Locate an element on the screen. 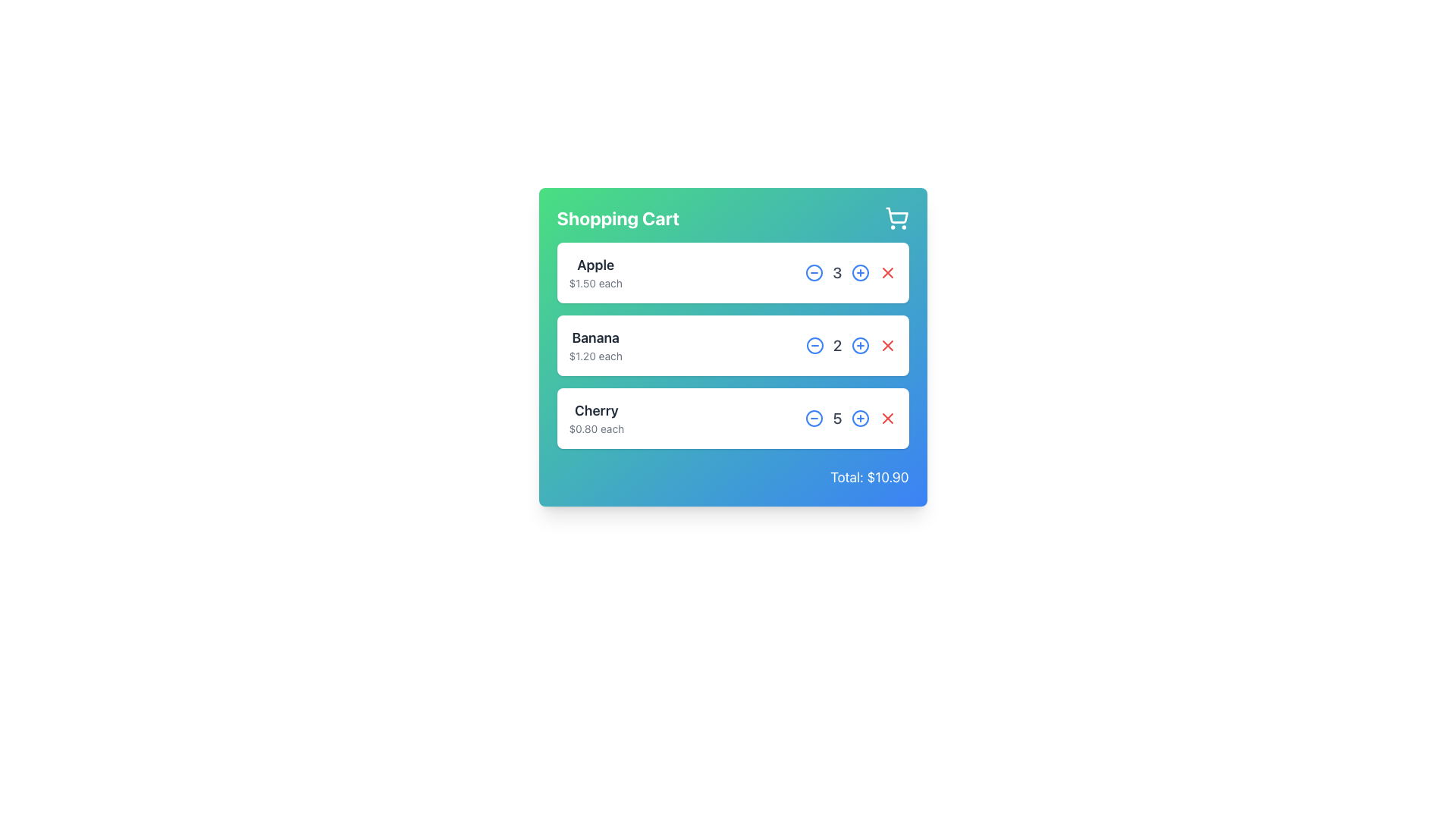 This screenshot has height=819, width=1456. the SVG Circle representing the outer boundary of the minus icon for the 'Cherry' item is located at coordinates (814, 418).